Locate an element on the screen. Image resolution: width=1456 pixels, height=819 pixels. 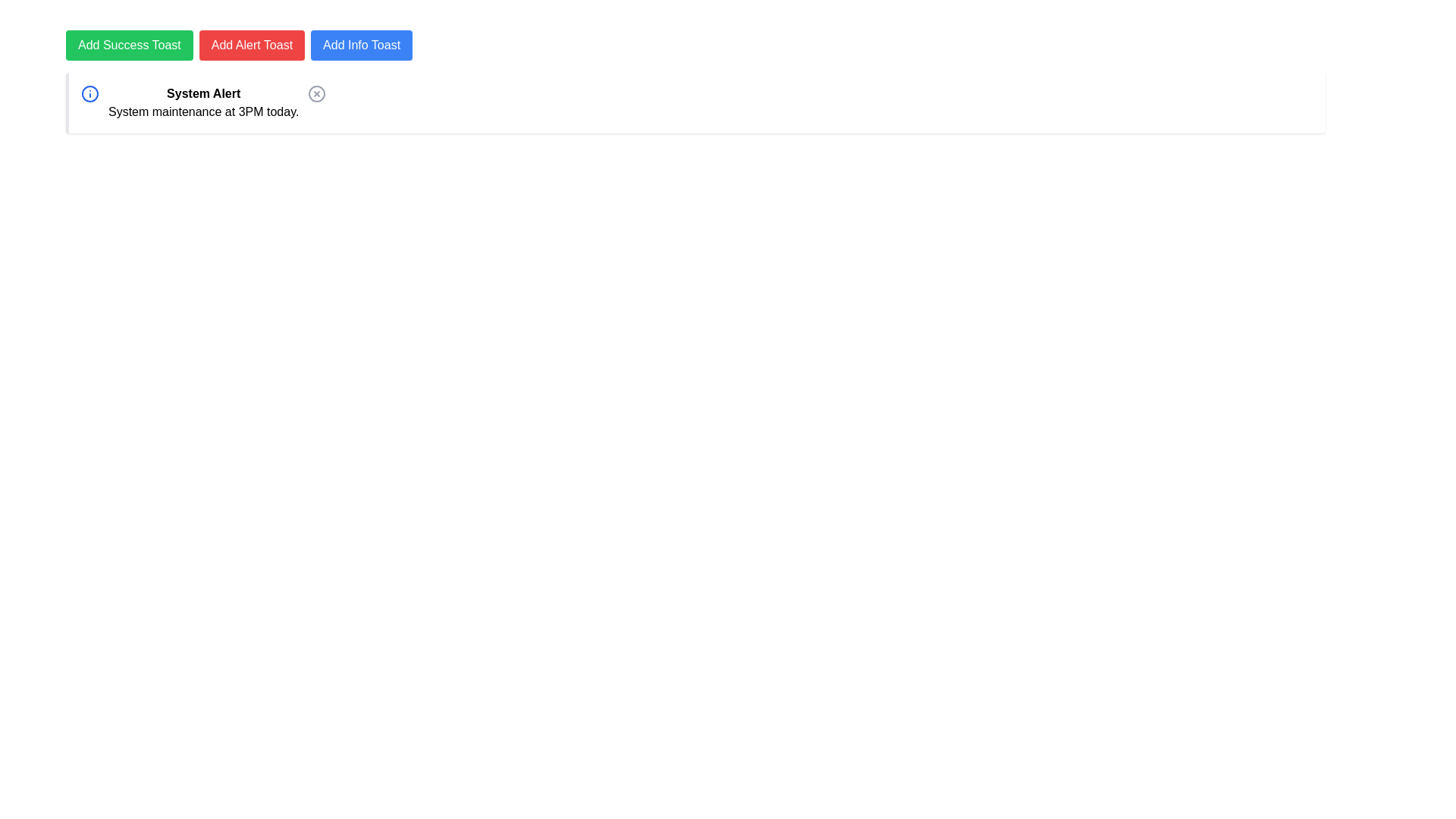
the circular icon with a blue outline and a dot in the center, located in the System Alert notification bar next to the bolded text 'System Alert' is located at coordinates (89, 93).